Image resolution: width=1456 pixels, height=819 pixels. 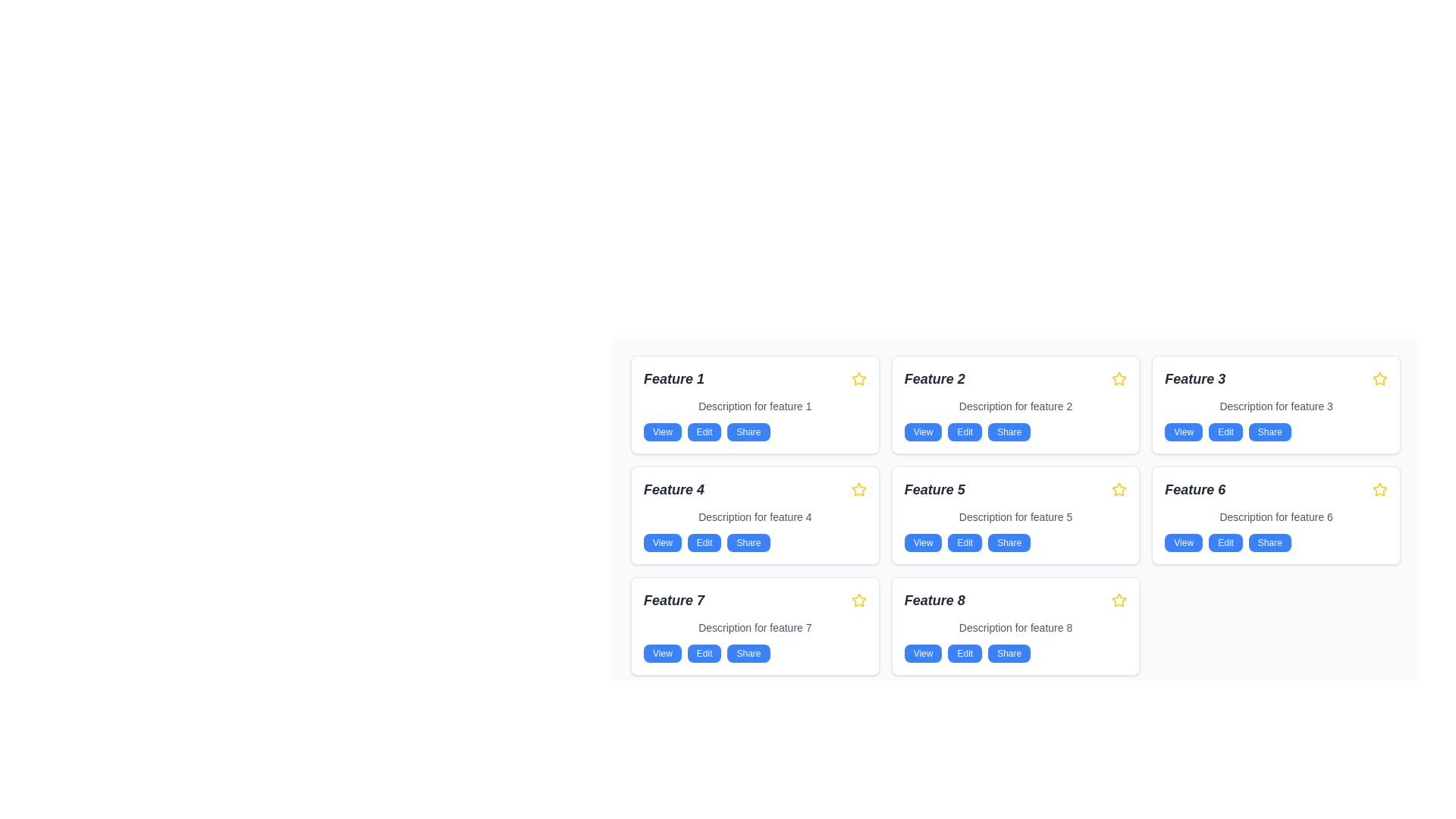 What do you see at coordinates (964, 432) in the screenshot?
I see `the second button in the horizontal alignment of buttons associated with 'Feature 2' to initiate editing` at bounding box center [964, 432].